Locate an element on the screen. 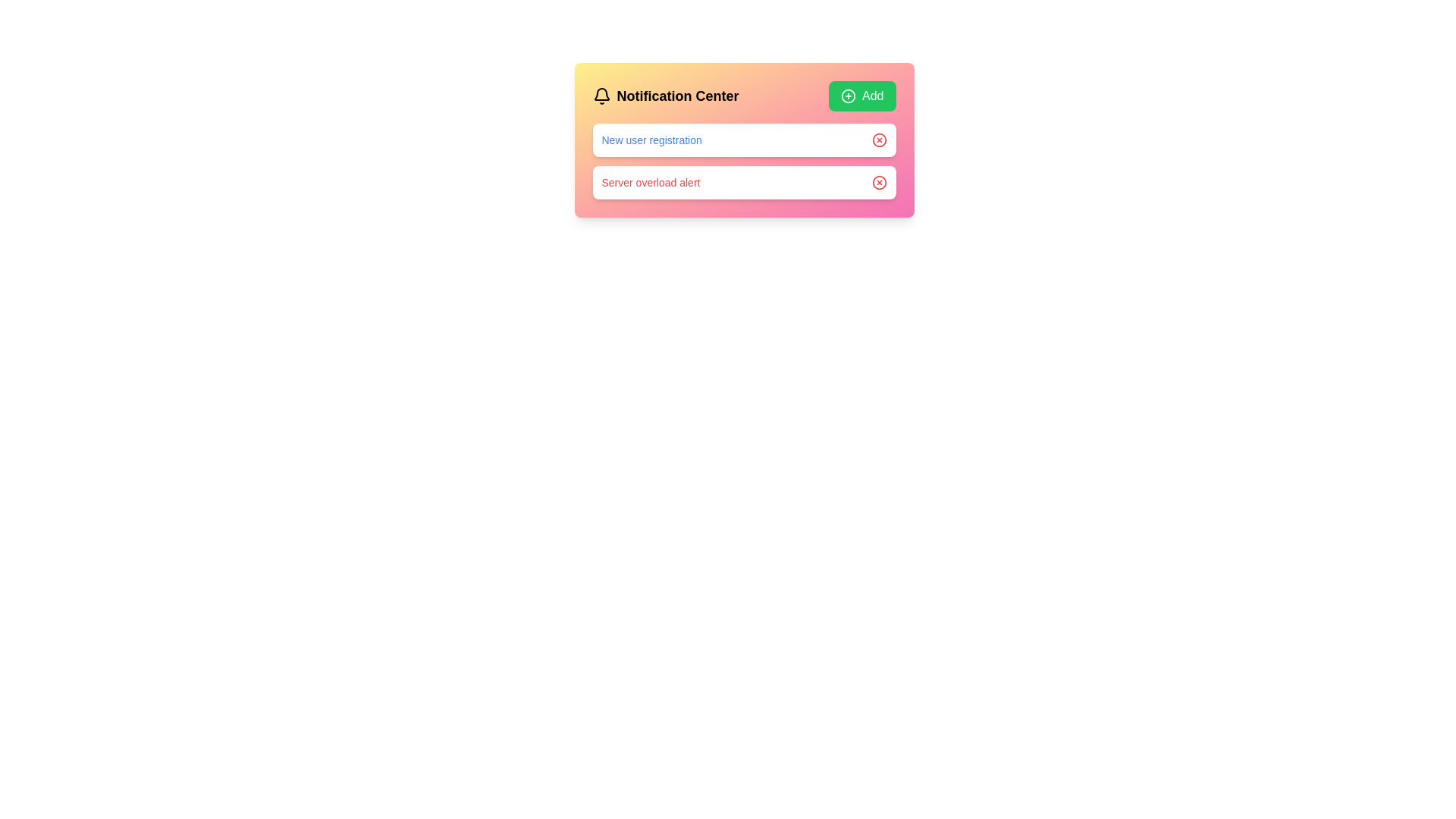  the List of notification items with dismiss buttons located in the Notification Center to scroll through notifications is located at coordinates (744, 161).